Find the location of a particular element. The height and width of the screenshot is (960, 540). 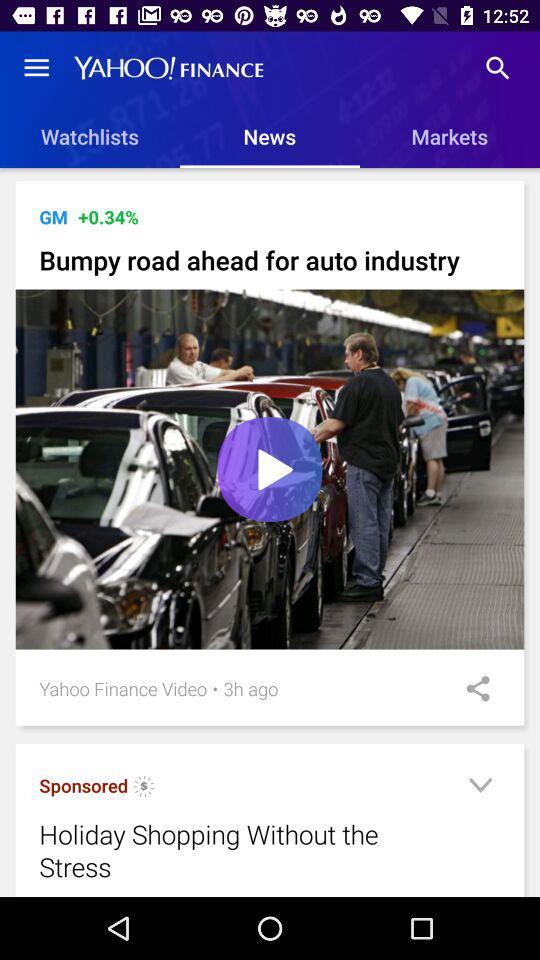

the icon to the right of the gm icon is located at coordinates (108, 217).